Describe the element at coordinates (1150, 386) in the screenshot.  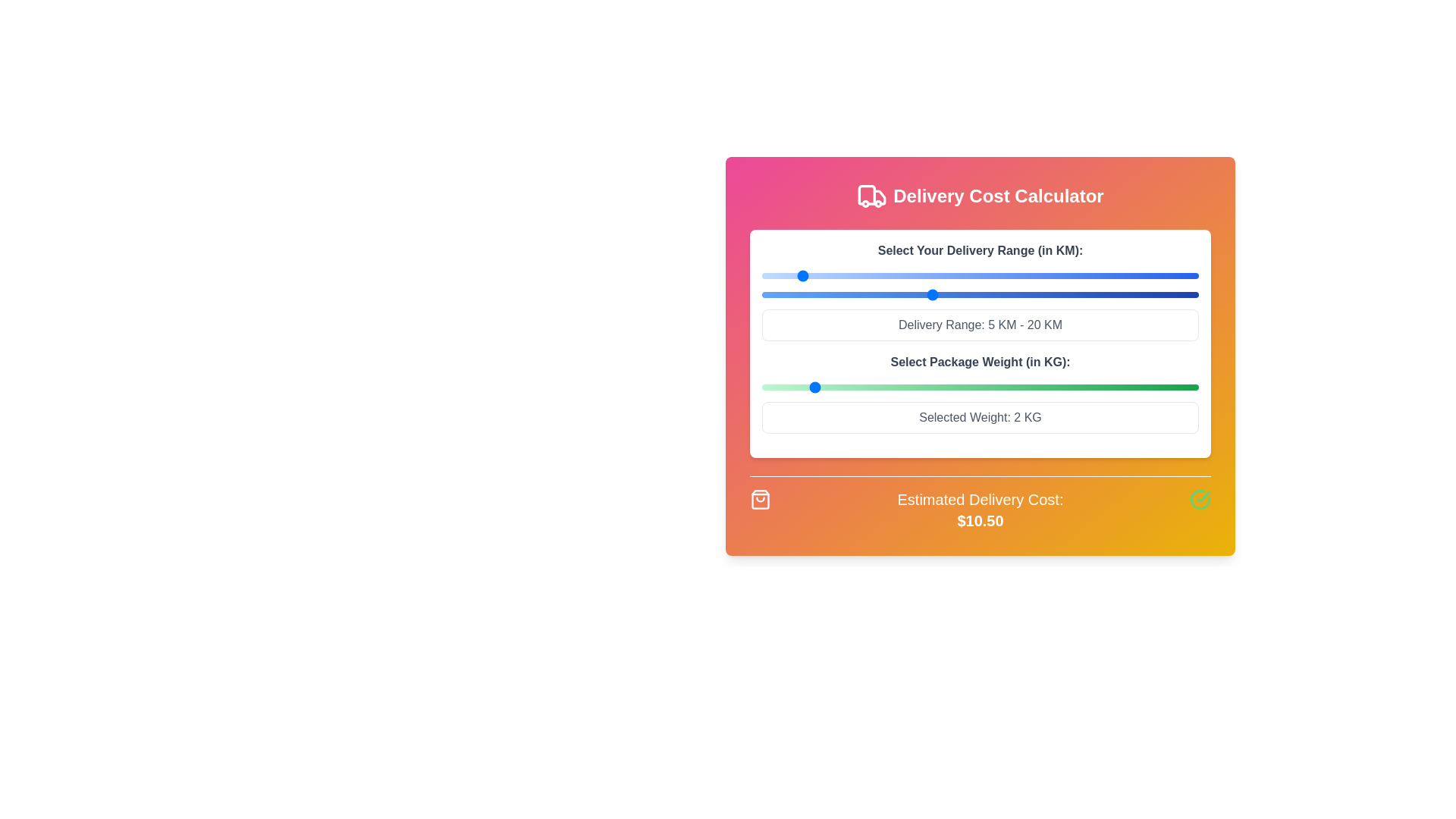
I see `the package weight` at that location.